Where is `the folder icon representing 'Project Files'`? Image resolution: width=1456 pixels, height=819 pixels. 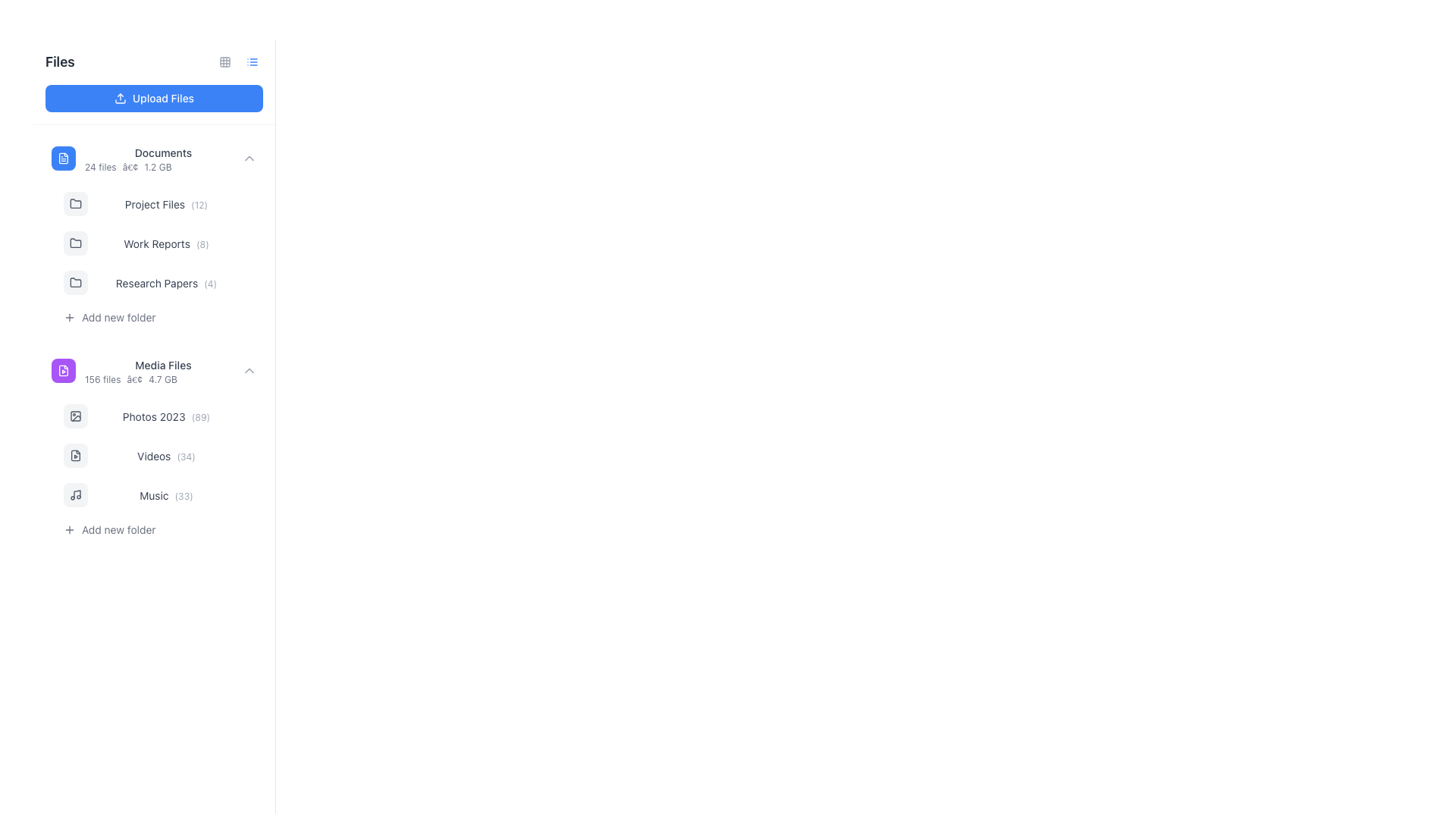 the folder icon representing 'Project Files' is located at coordinates (75, 202).